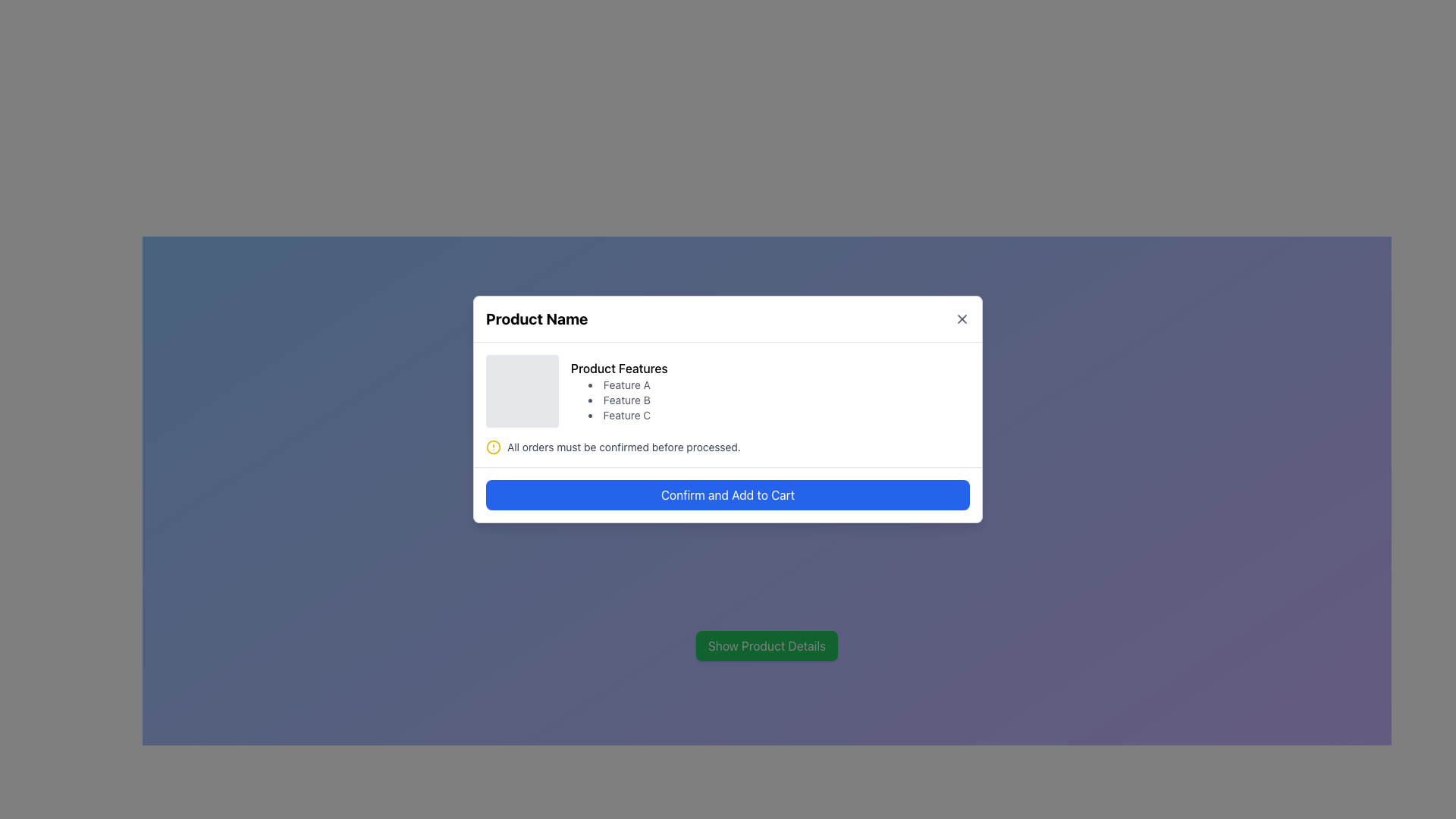  Describe the element at coordinates (728, 403) in the screenshot. I see `the informational section titled 'Product Features' which includes a list of features and a notice about order confirmation` at that location.